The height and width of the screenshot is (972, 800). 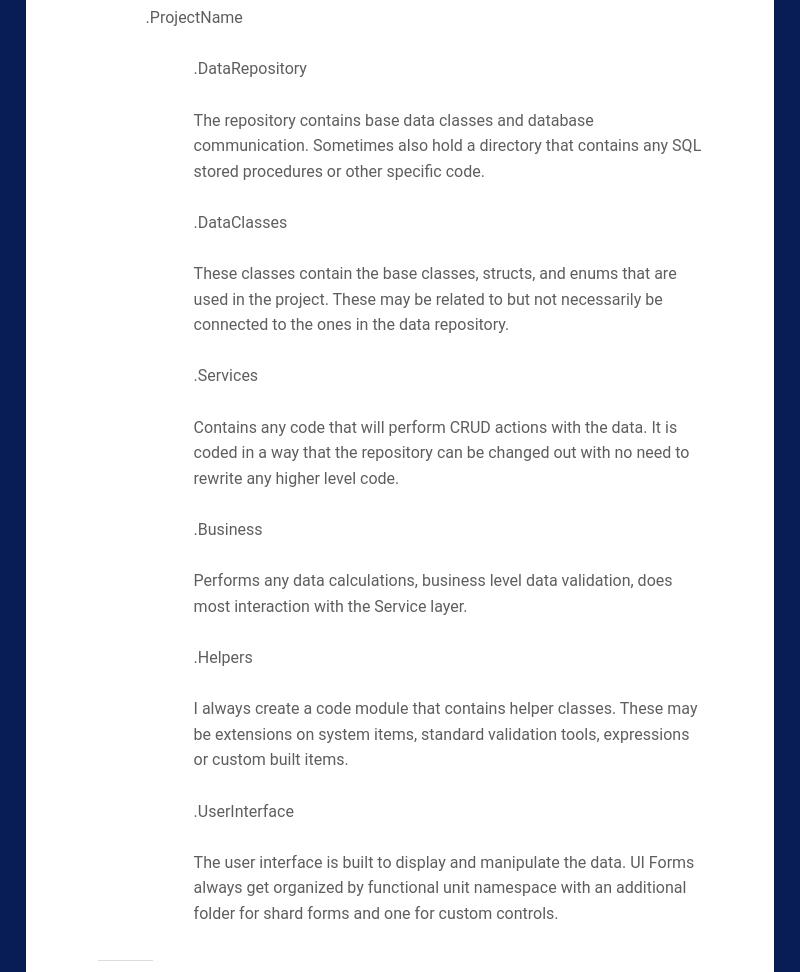 What do you see at coordinates (242, 809) in the screenshot?
I see `'.UserInterface'` at bounding box center [242, 809].